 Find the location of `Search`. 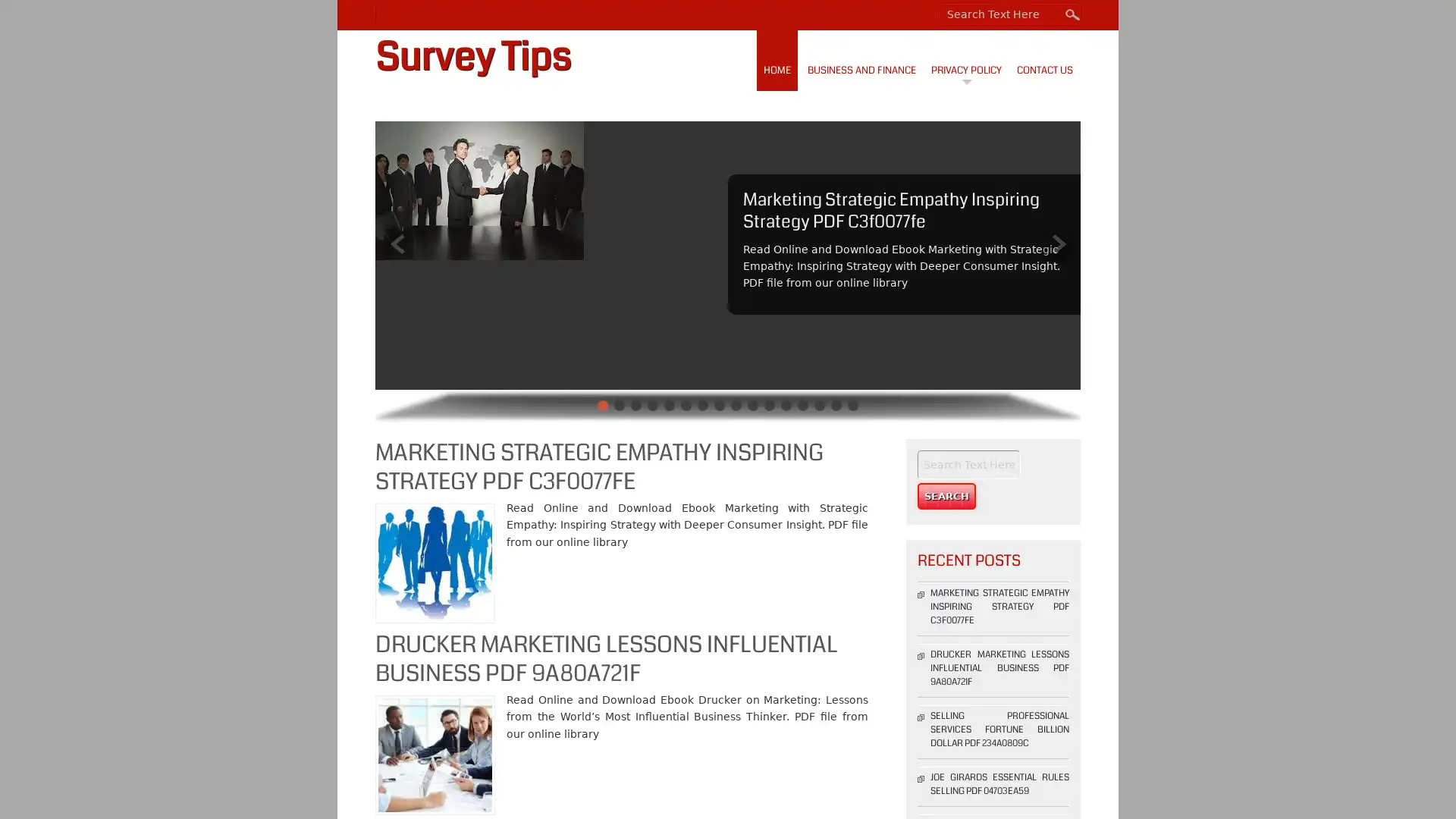

Search is located at coordinates (946, 496).